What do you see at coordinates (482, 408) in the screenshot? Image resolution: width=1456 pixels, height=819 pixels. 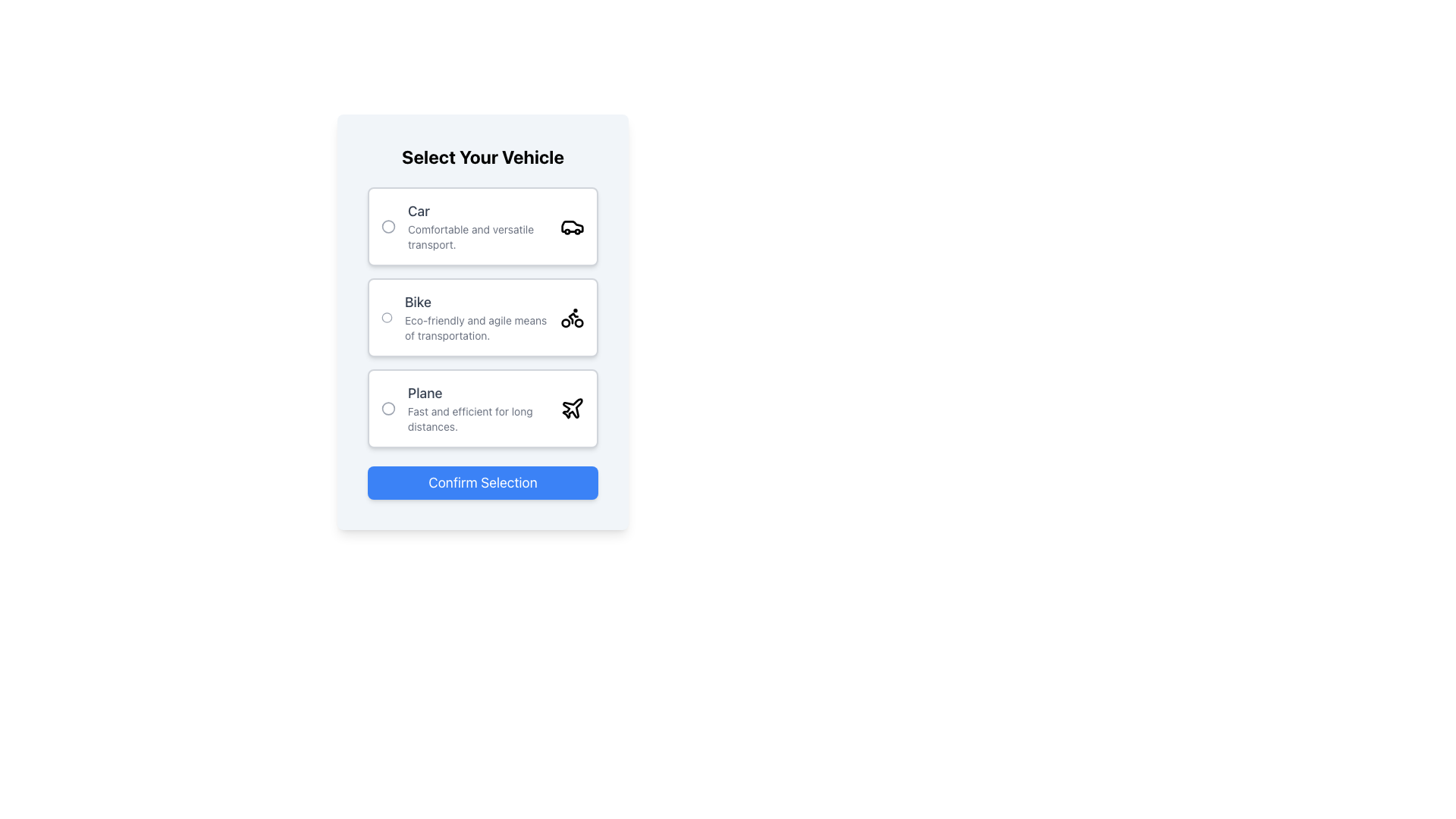 I see `the circular radio button for the 'Plane' transportation option in the selectable list item, which is the last entry in the vertical list of options` at bounding box center [482, 408].